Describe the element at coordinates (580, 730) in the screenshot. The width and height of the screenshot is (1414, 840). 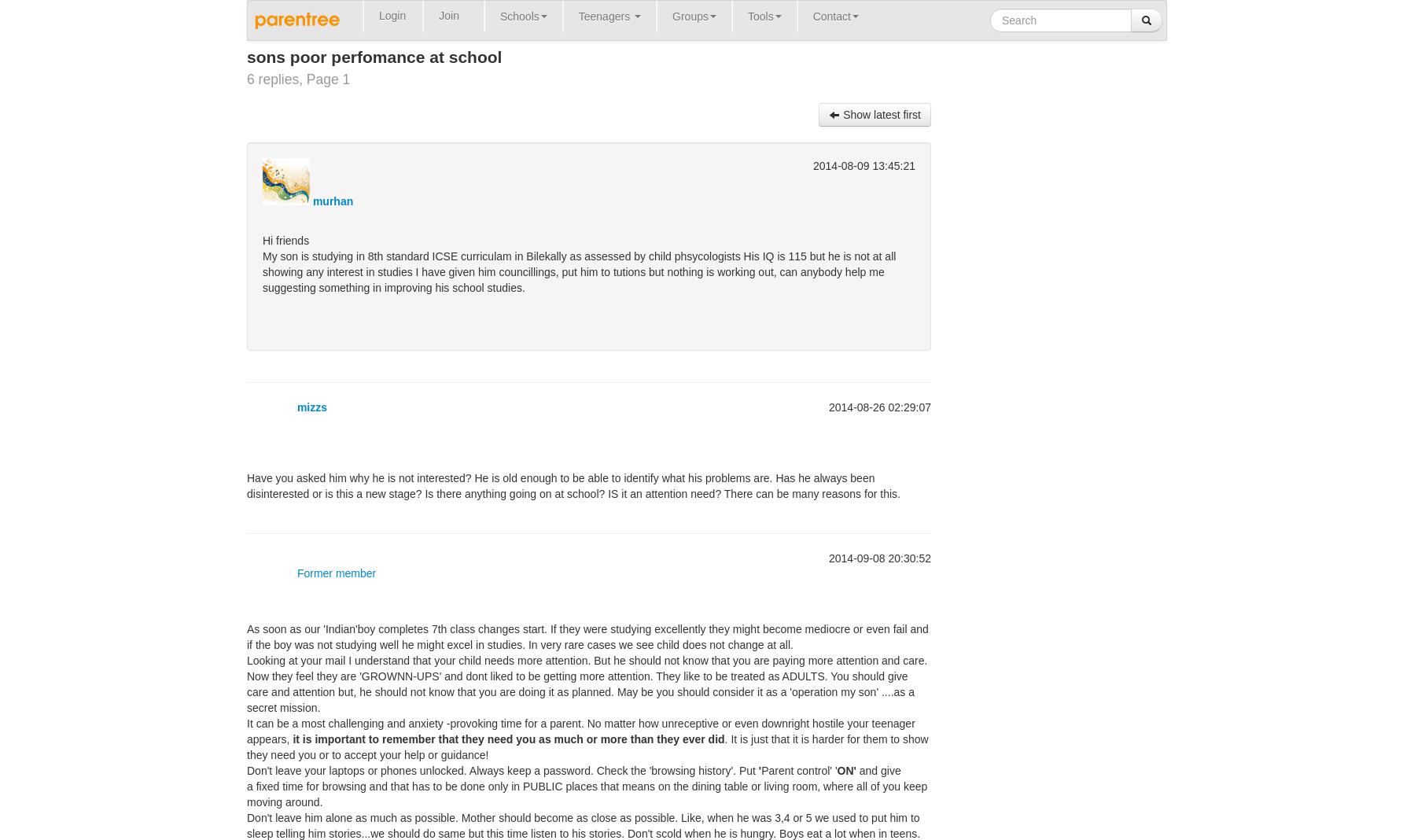
I see `'It can be a most challenging and anxiety -provoking time for a parent. No 
matter how unreceptive or even downright hostile your teenager appears,'` at that location.